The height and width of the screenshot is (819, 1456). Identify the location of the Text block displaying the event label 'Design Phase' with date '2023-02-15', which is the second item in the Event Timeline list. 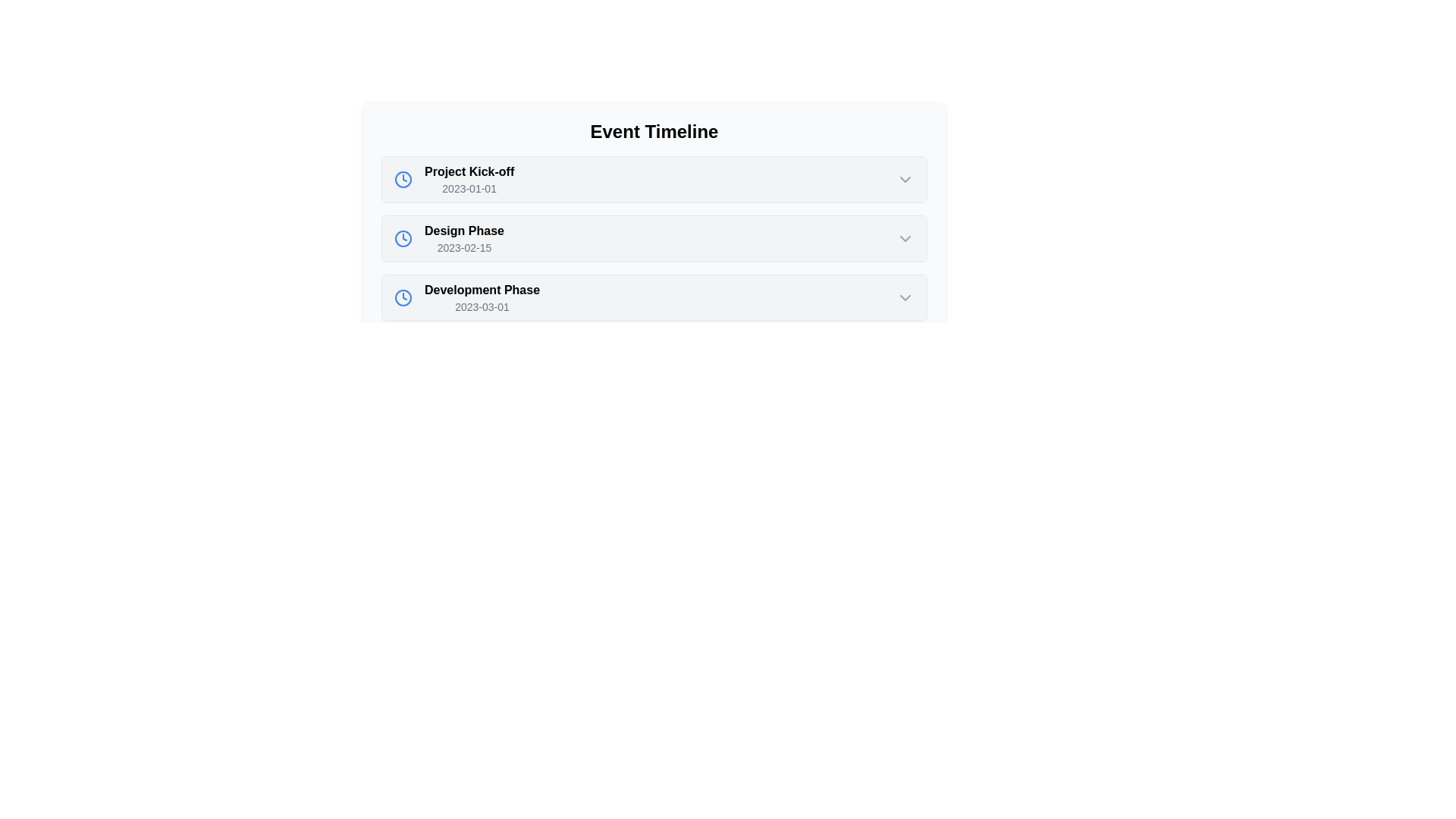
(463, 239).